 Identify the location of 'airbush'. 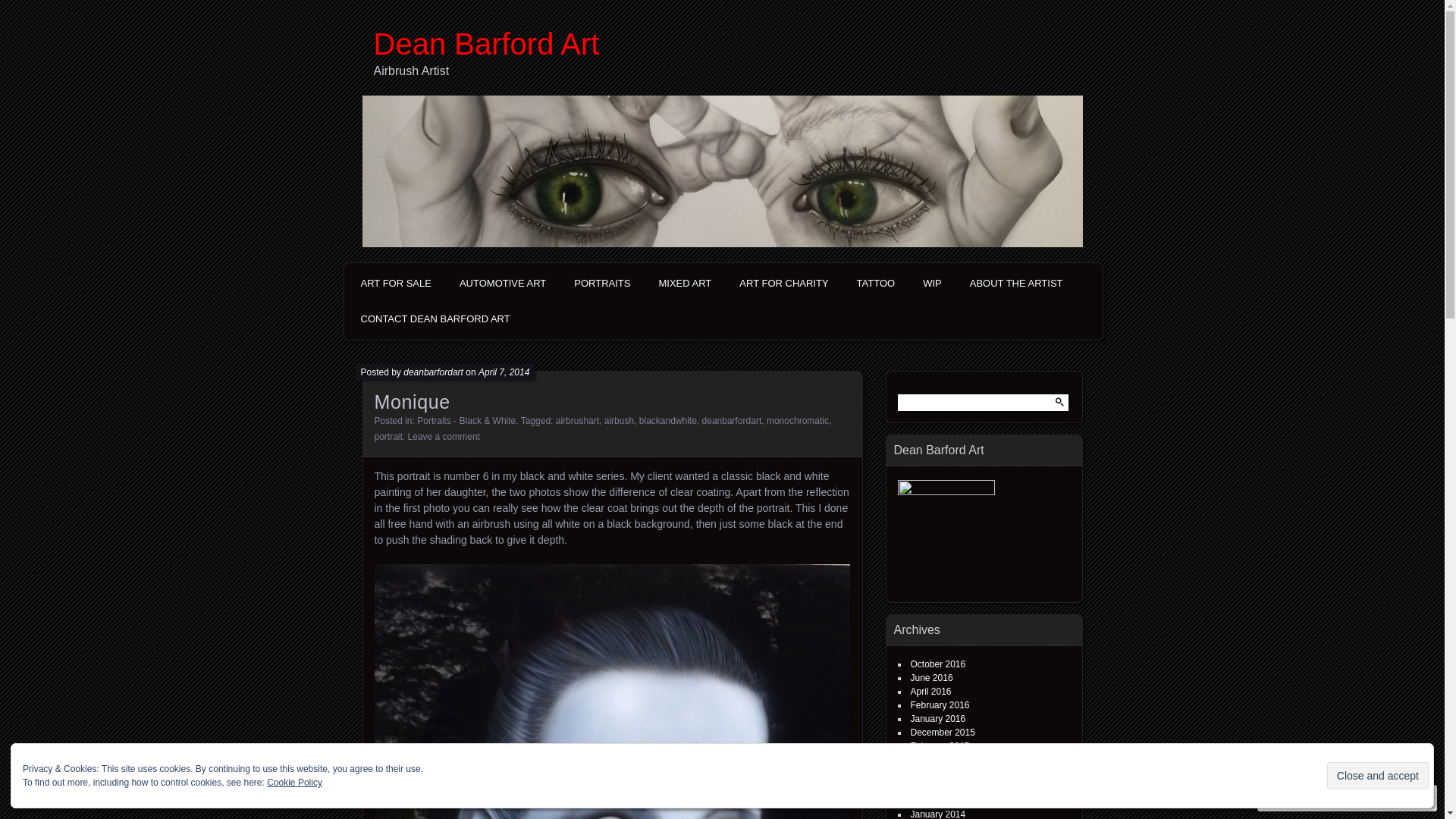
(619, 421).